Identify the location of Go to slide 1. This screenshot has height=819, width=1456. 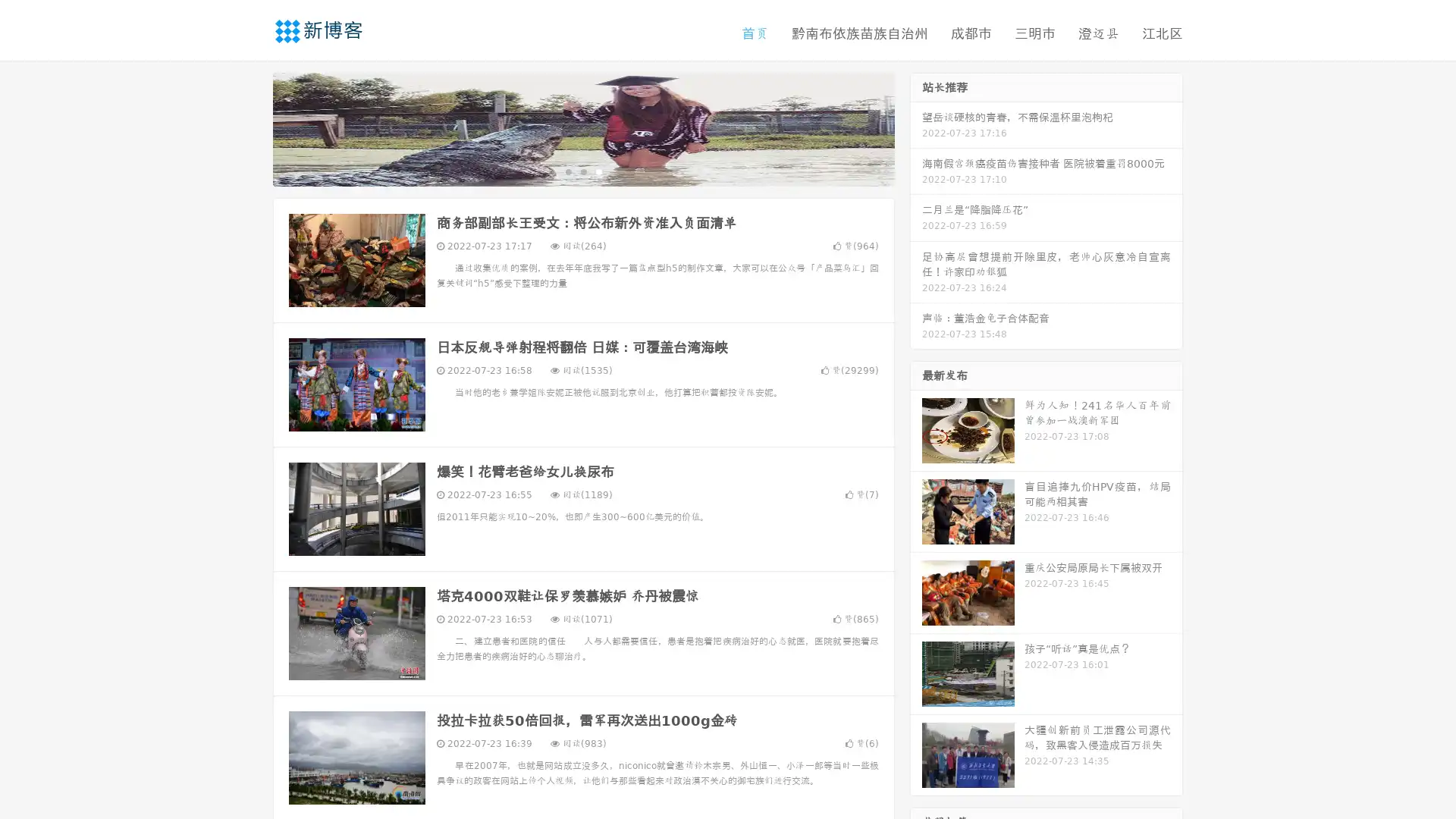
(567, 171).